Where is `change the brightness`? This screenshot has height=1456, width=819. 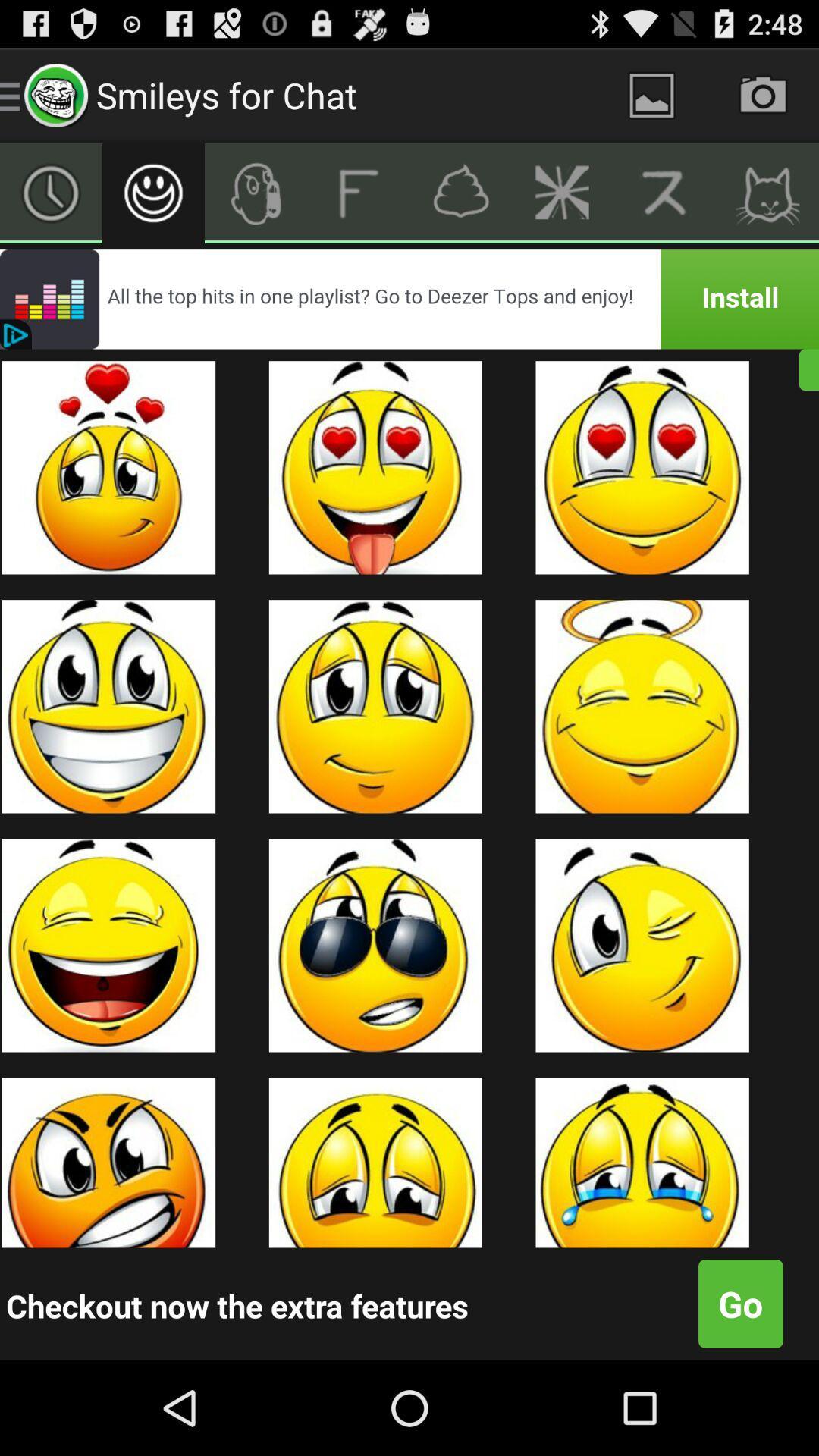
change the brightness is located at coordinates (563, 192).